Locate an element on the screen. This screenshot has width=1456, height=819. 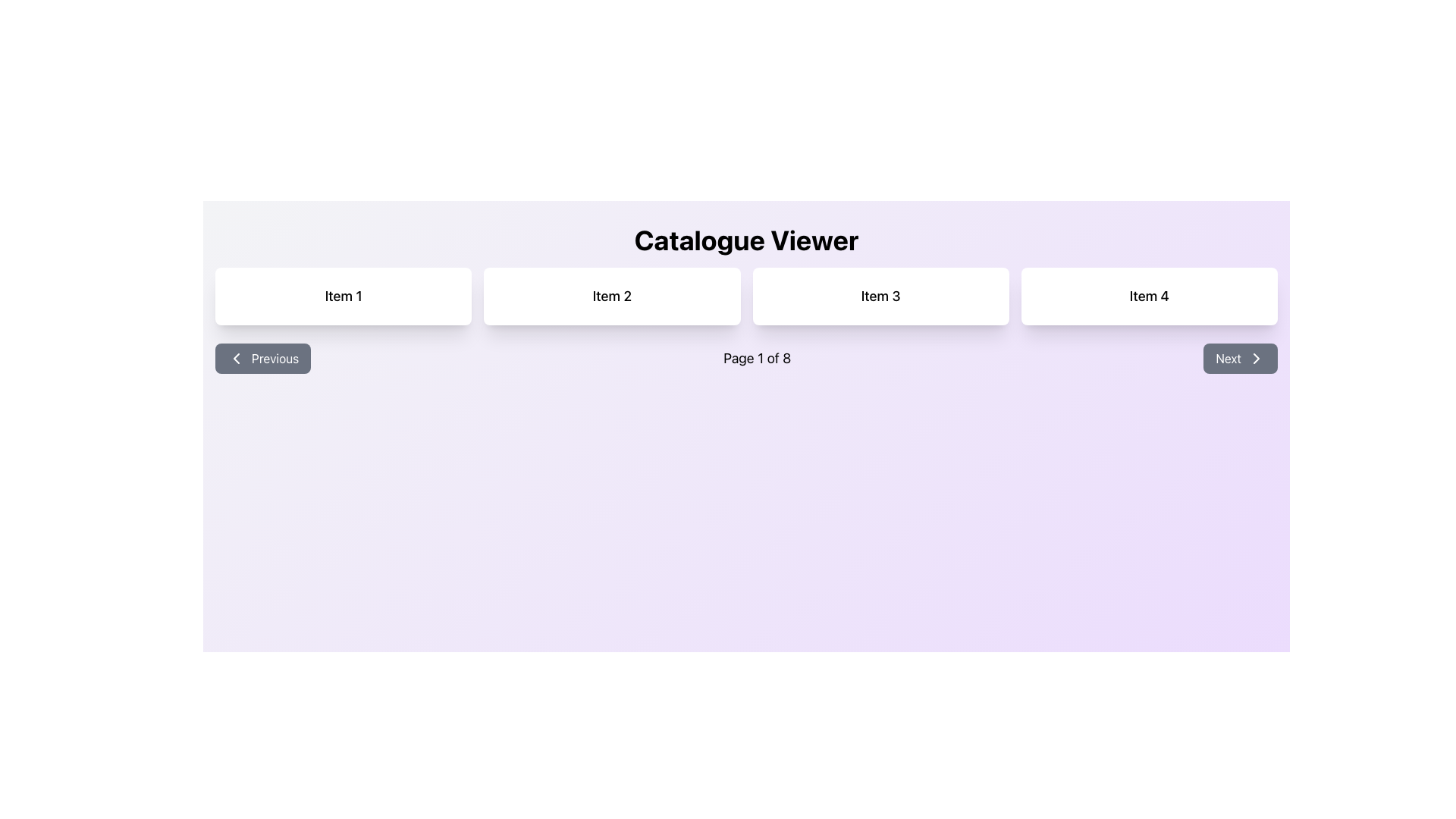
Card element that contains the text 'Item 3', which is the third item in a grid layout is located at coordinates (880, 296).